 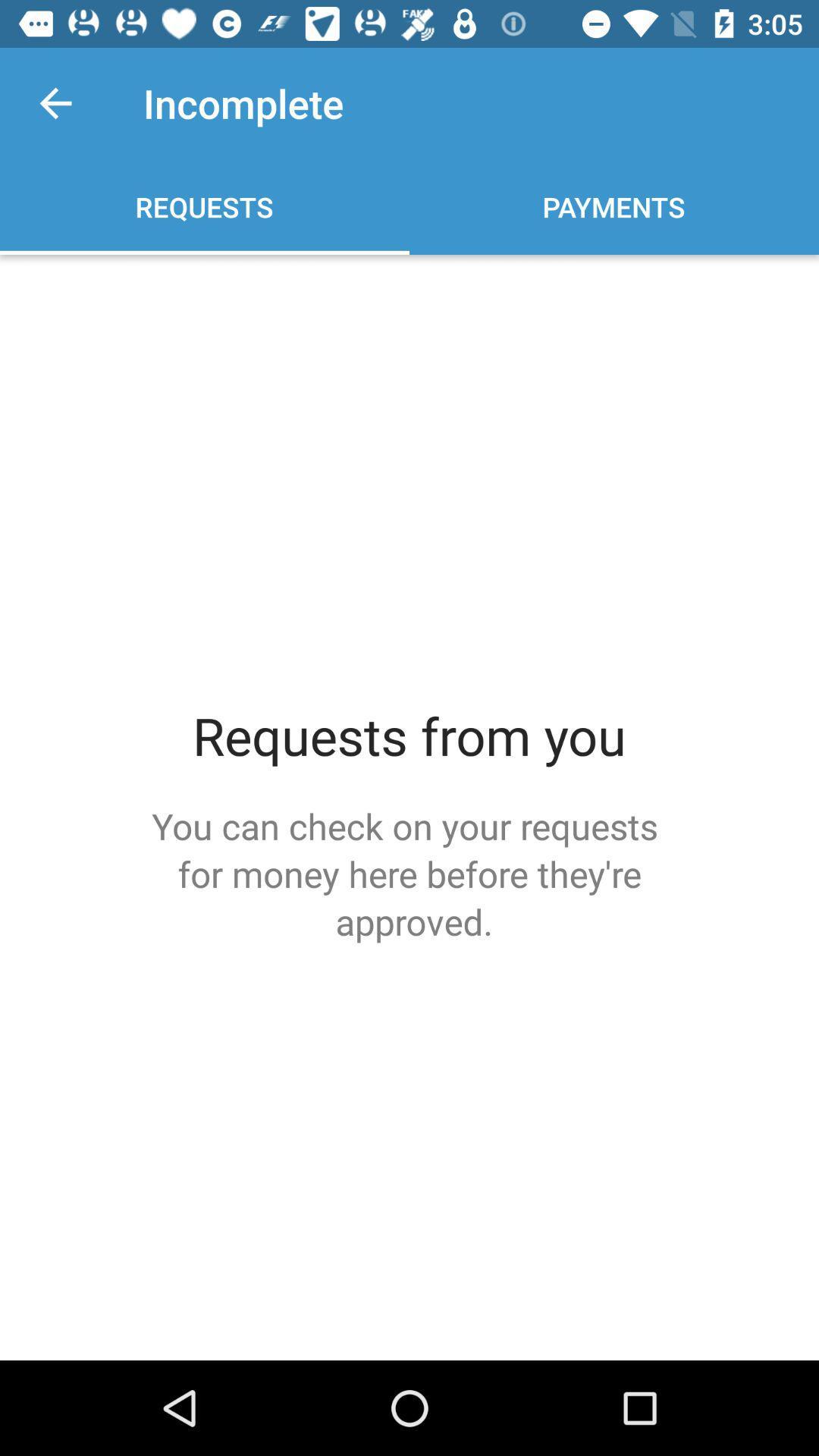 What do you see at coordinates (55, 102) in the screenshot?
I see `the item to the left of incomplete item` at bounding box center [55, 102].